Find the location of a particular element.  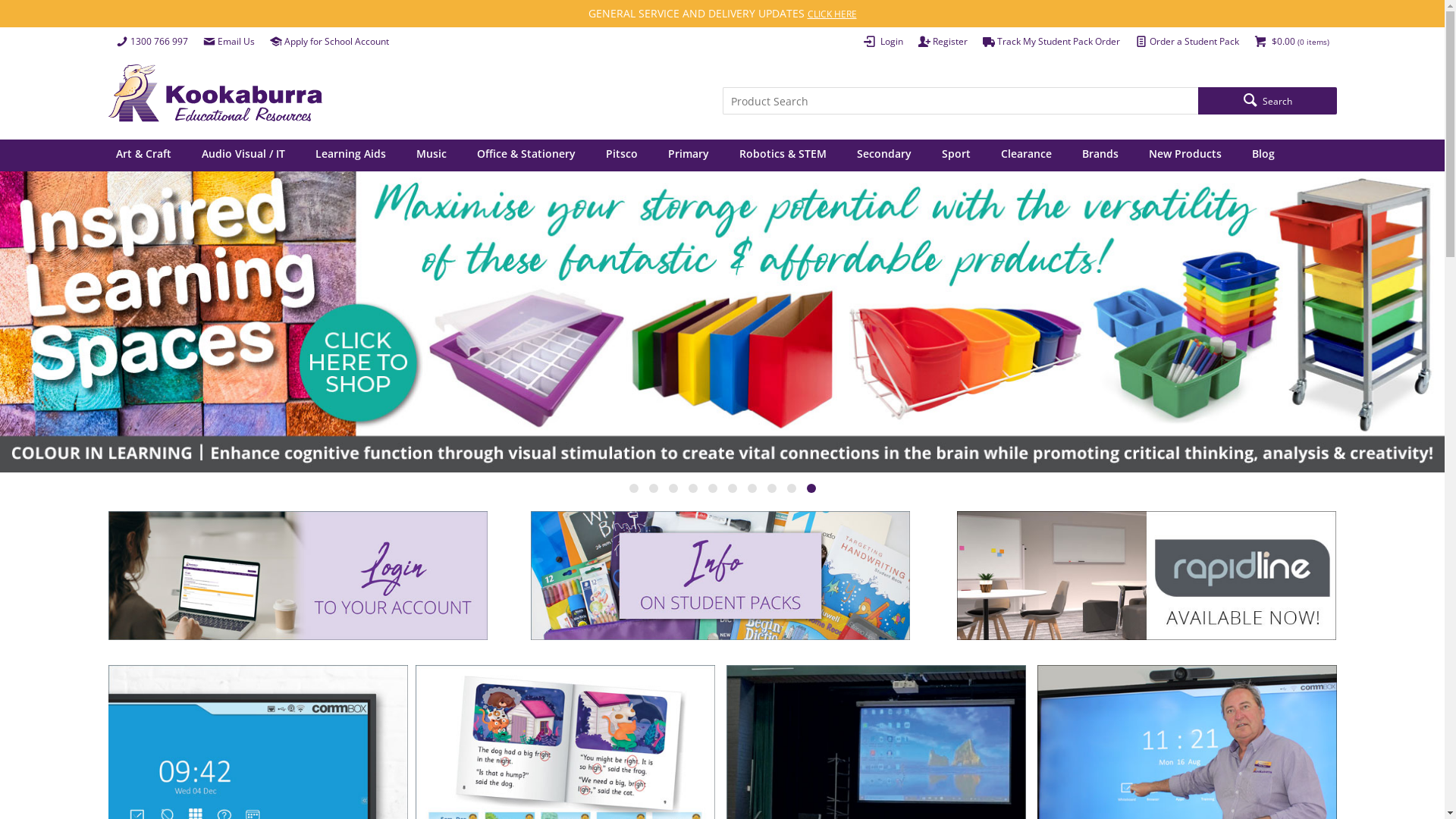

'Robotics & STEM' is located at coordinates (728, 155).